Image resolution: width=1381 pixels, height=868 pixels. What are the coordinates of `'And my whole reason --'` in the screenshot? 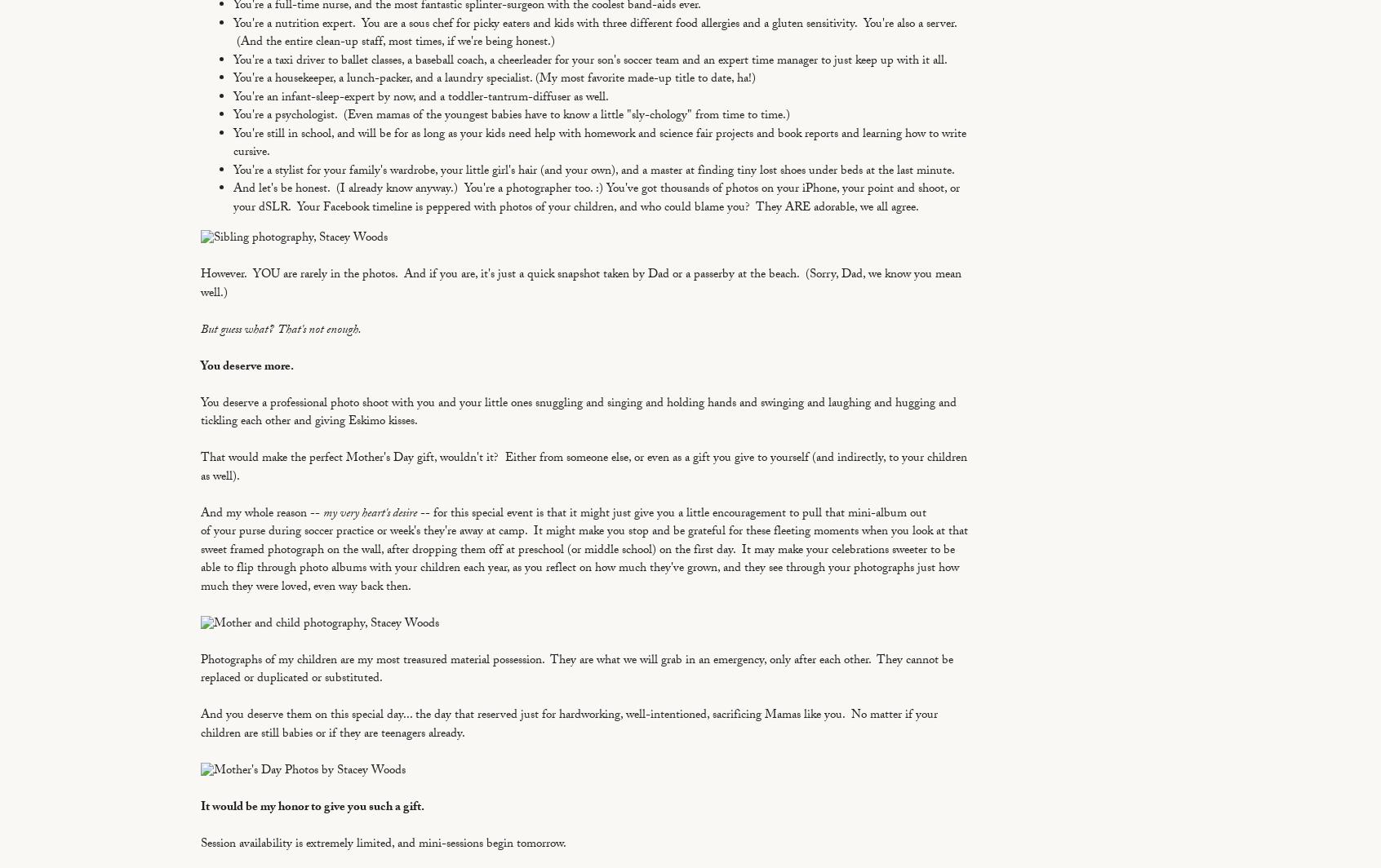 It's located at (201, 513).